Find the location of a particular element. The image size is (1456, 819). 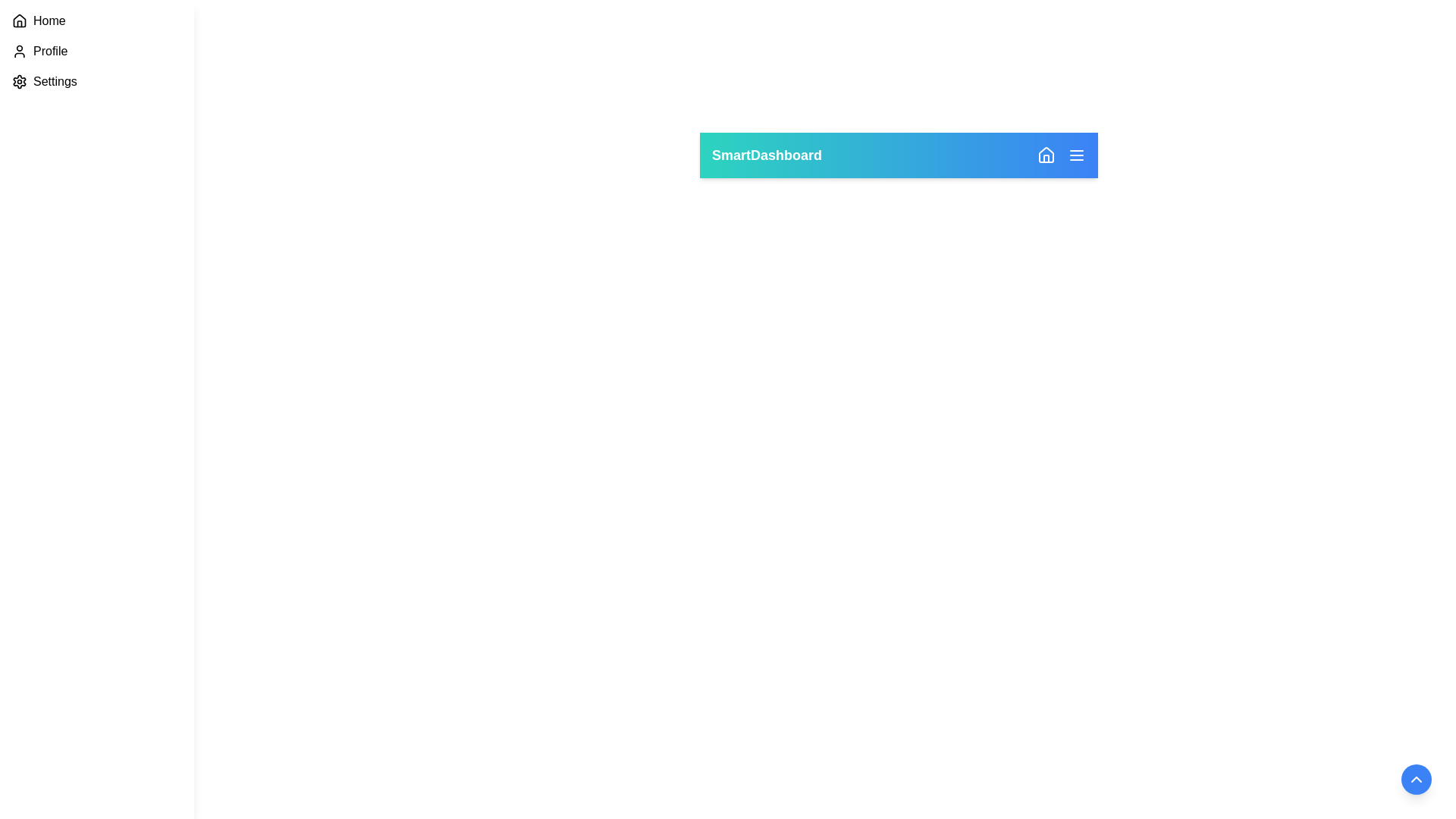

the 'Home' text label in the vertical navigation sidebar, which is located to the right of the house icon is located at coordinates (49, 20).